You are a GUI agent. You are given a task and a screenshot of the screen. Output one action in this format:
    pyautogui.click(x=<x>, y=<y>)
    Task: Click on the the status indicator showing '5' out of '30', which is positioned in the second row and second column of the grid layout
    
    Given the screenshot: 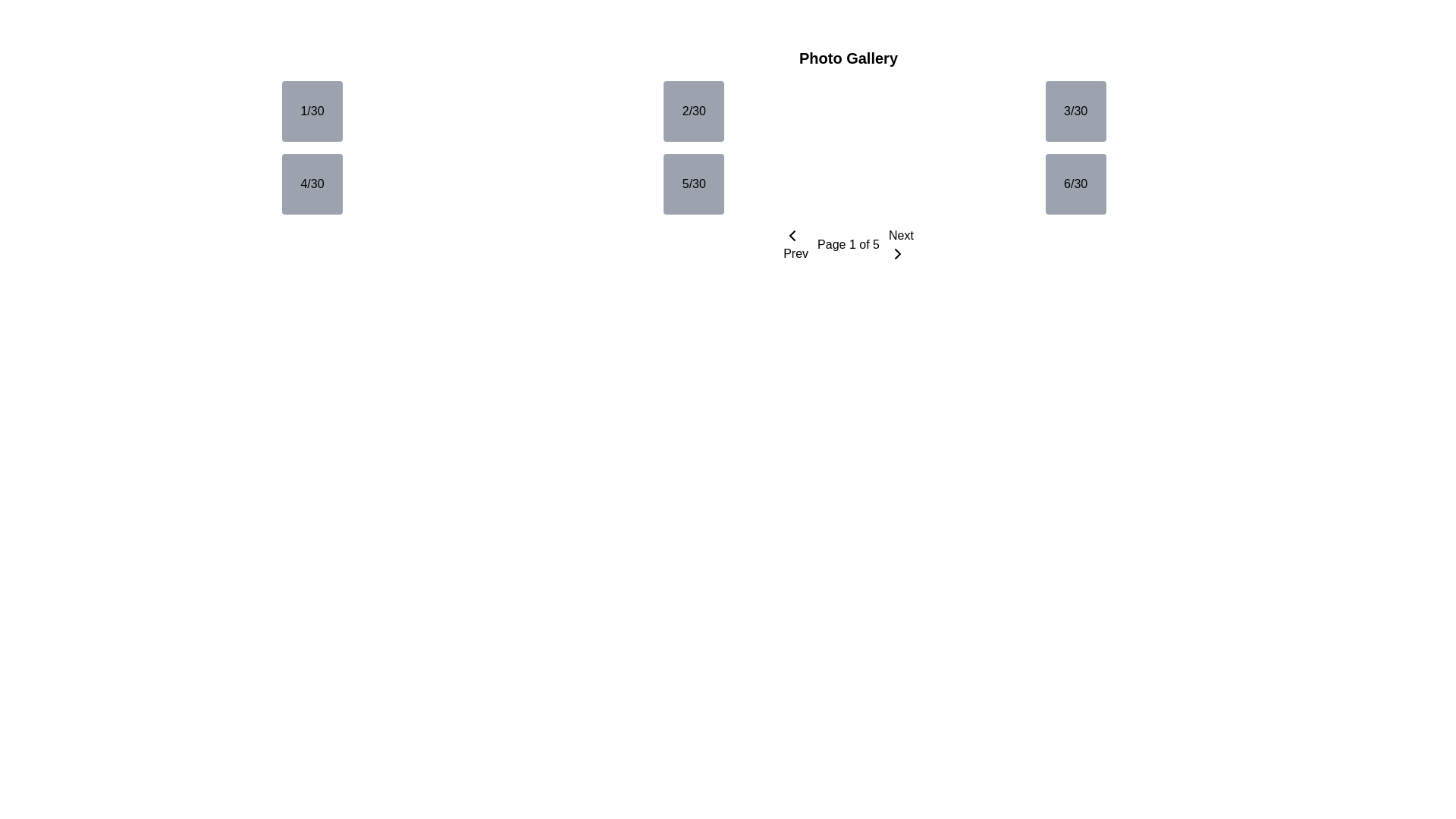 What is the action you would take?
    pyautogui.click(x=693, y=184)
    